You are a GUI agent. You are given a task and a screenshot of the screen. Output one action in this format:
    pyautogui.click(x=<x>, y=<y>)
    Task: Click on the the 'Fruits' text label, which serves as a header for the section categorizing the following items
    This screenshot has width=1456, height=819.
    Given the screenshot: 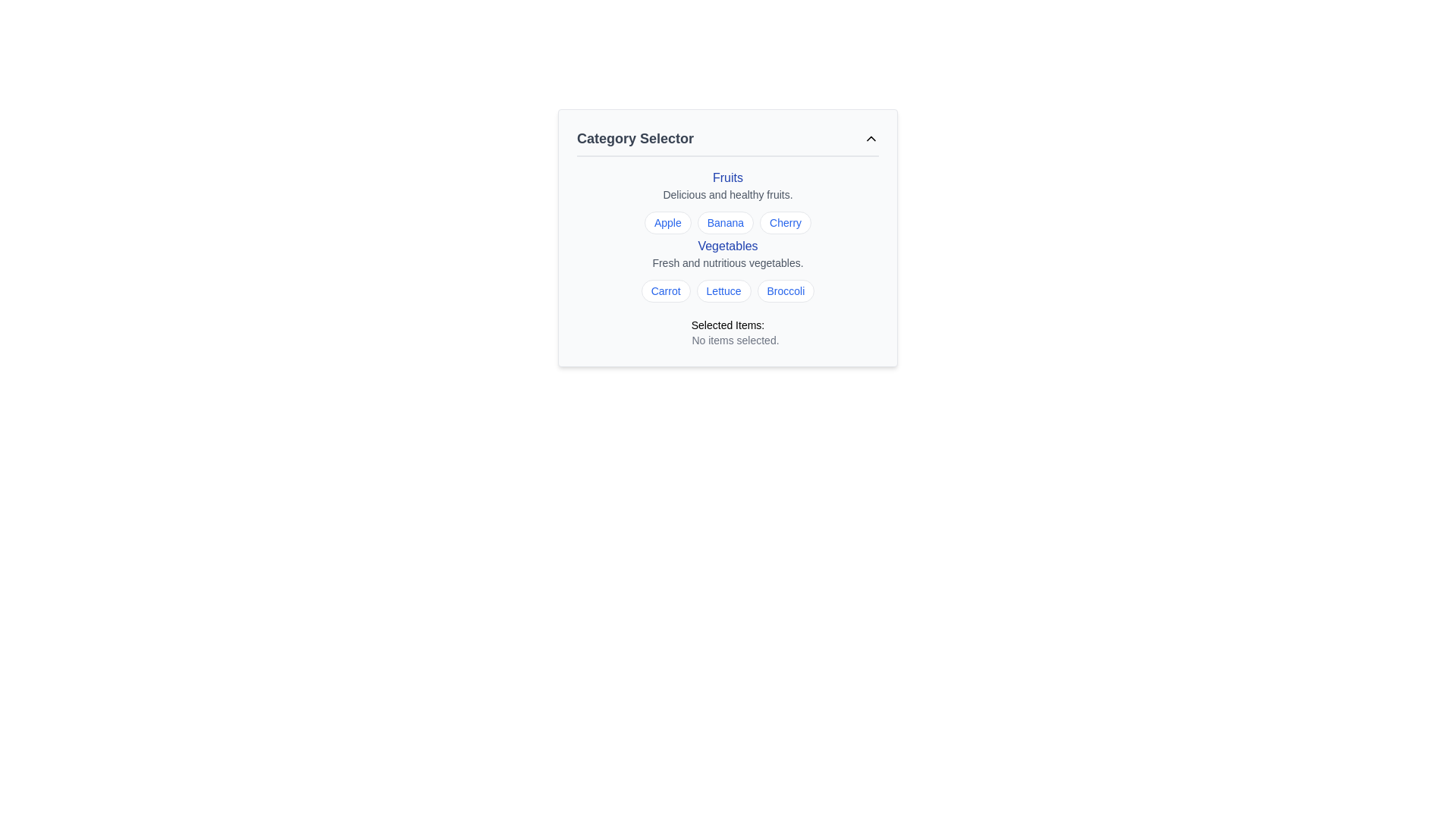 What is the action you would take?
    pyautogui.click(x=728, y=177)
    